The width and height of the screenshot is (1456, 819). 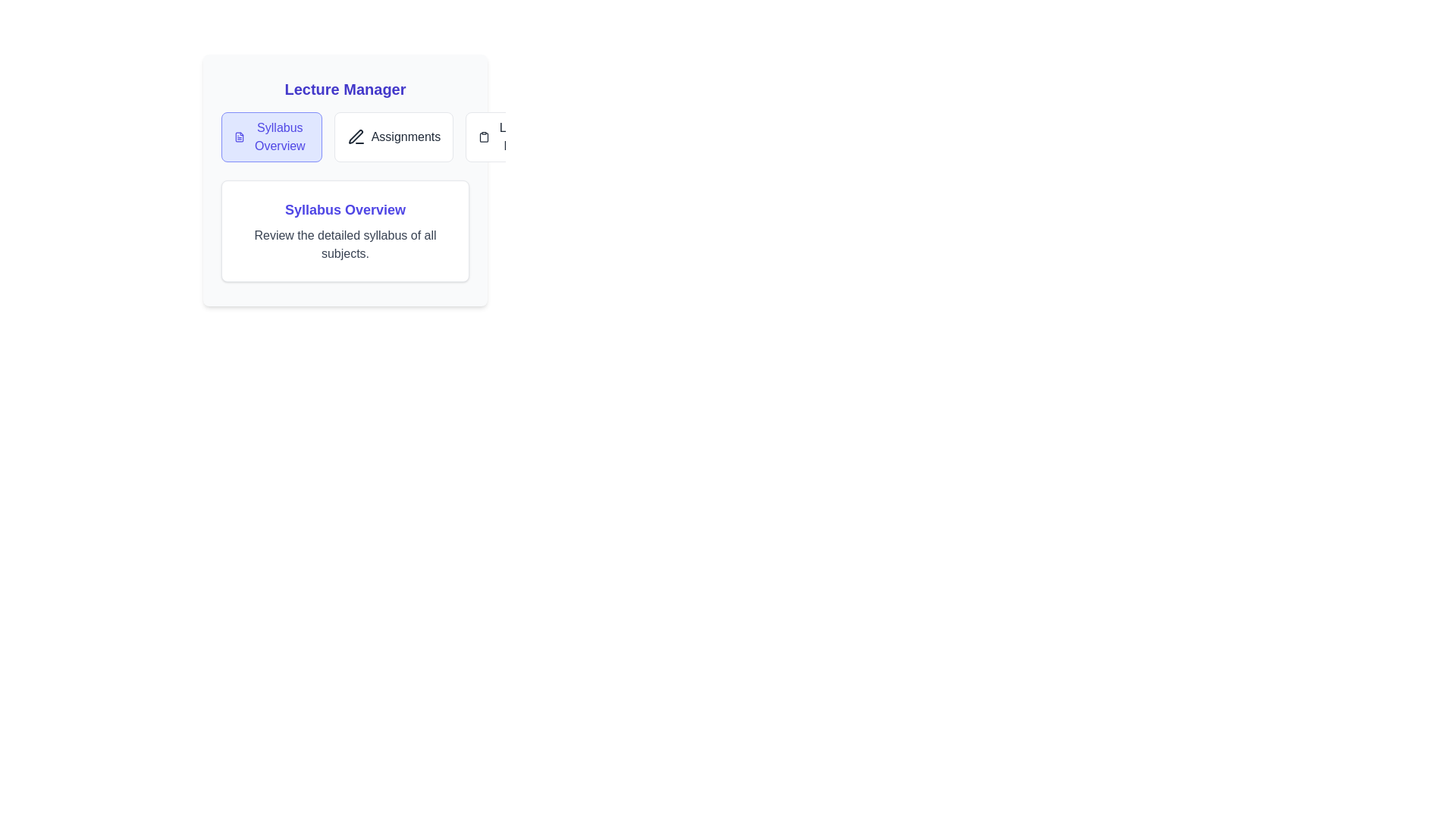 I want to click on the 'Syllabus Overview' informative section with a white background and rounded corners for accessibility, so click(x=344, y=180).